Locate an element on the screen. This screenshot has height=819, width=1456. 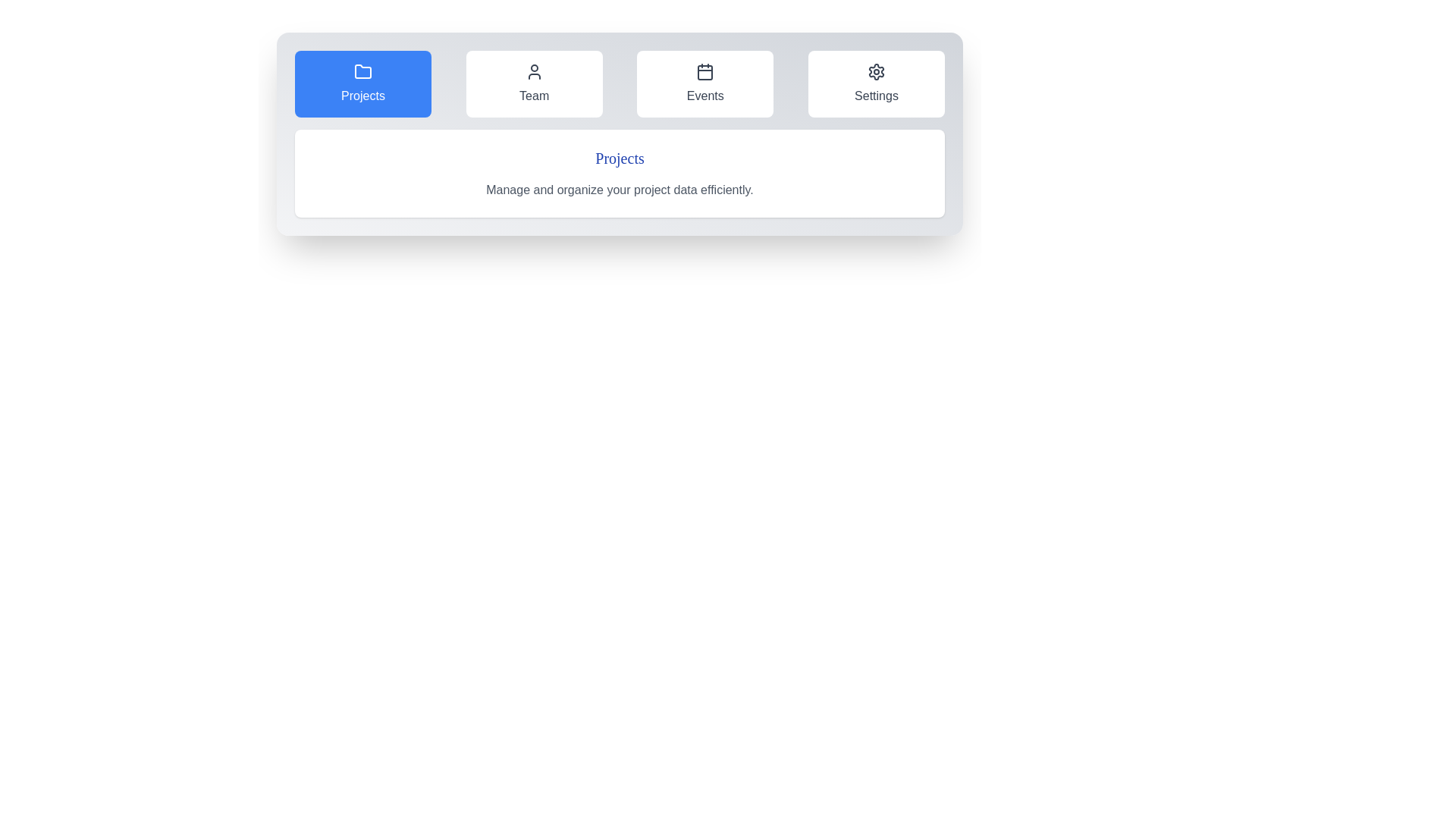
the Projects tab by clicking on its button is located at coordinates (362, 84).